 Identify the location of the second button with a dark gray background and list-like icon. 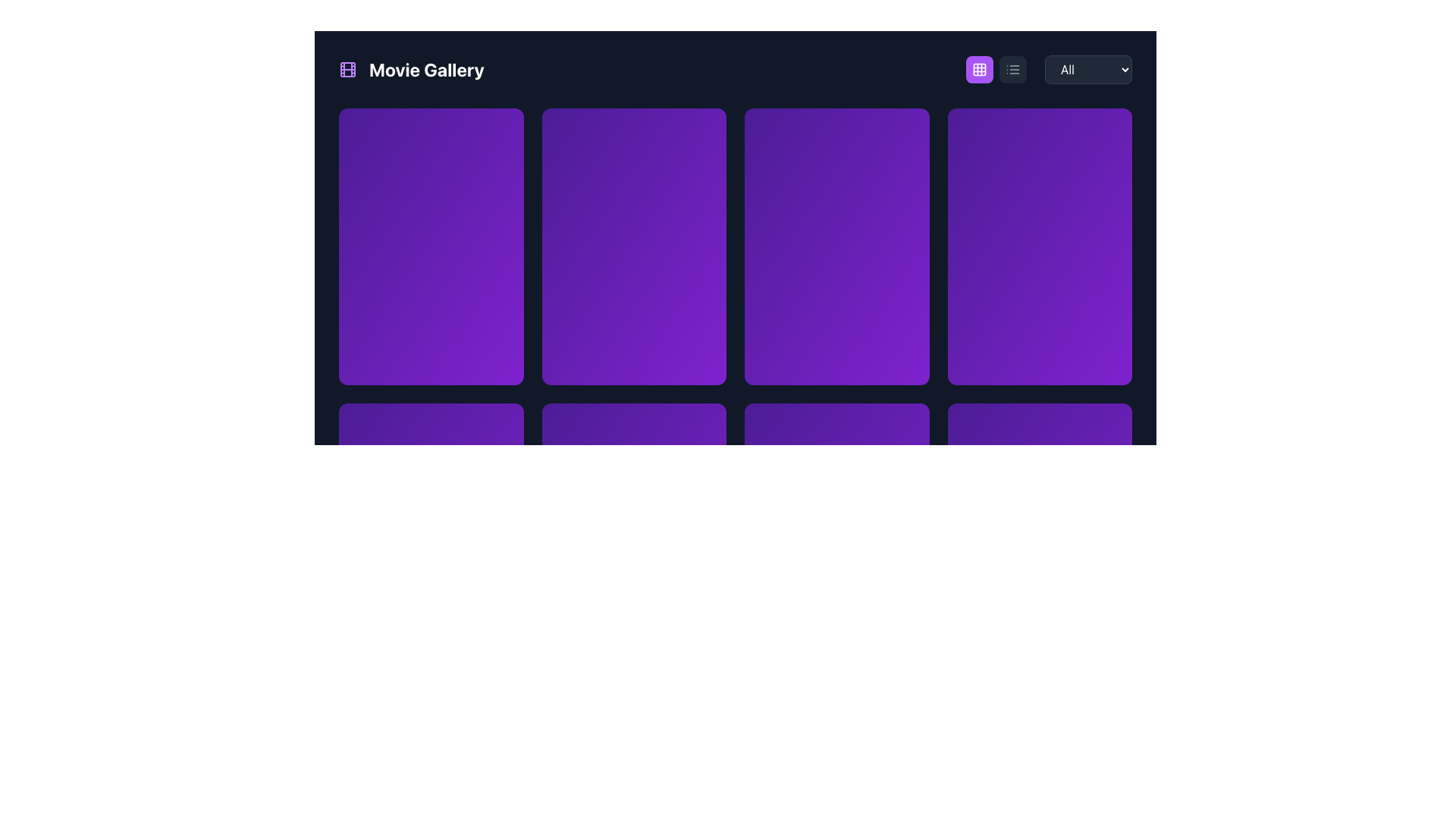
(1012, 70).